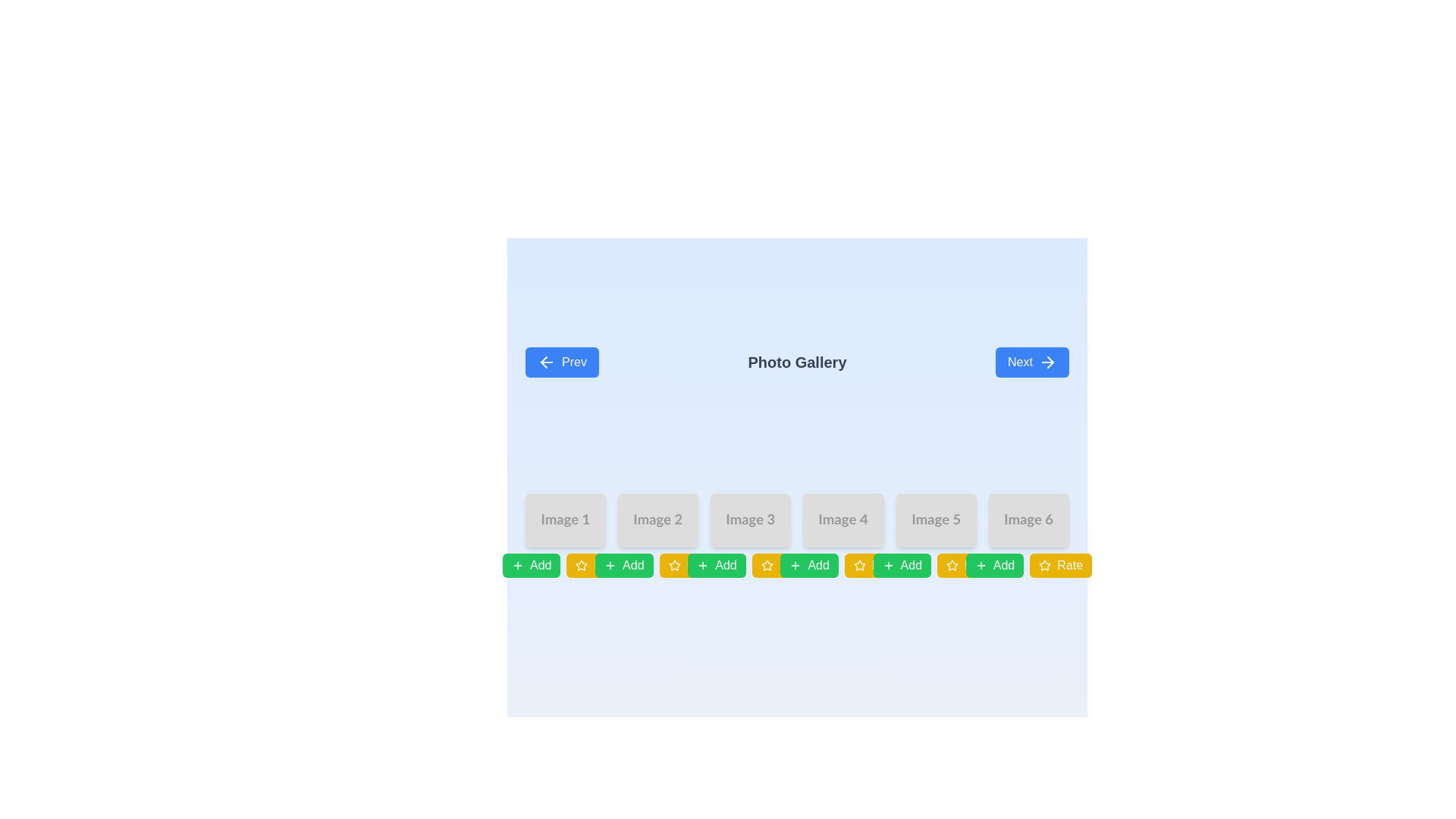  I want to click on the green button labeled 'Add' with rounded corners to change its background color, so click(624, 565).